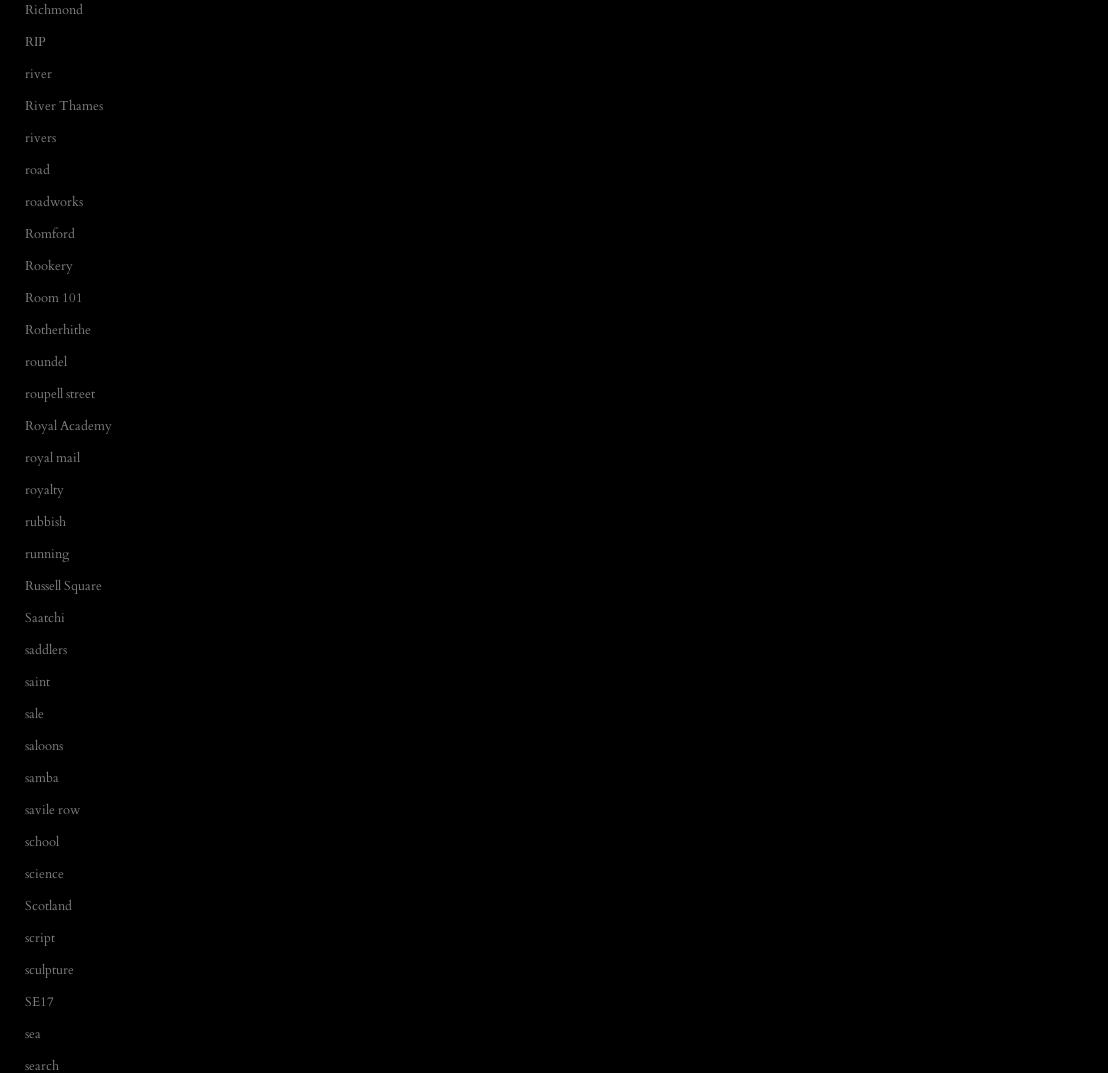 The width and height of the screenshot is (1108, 1073). I want to click on 'RIP', so click(35, 39).